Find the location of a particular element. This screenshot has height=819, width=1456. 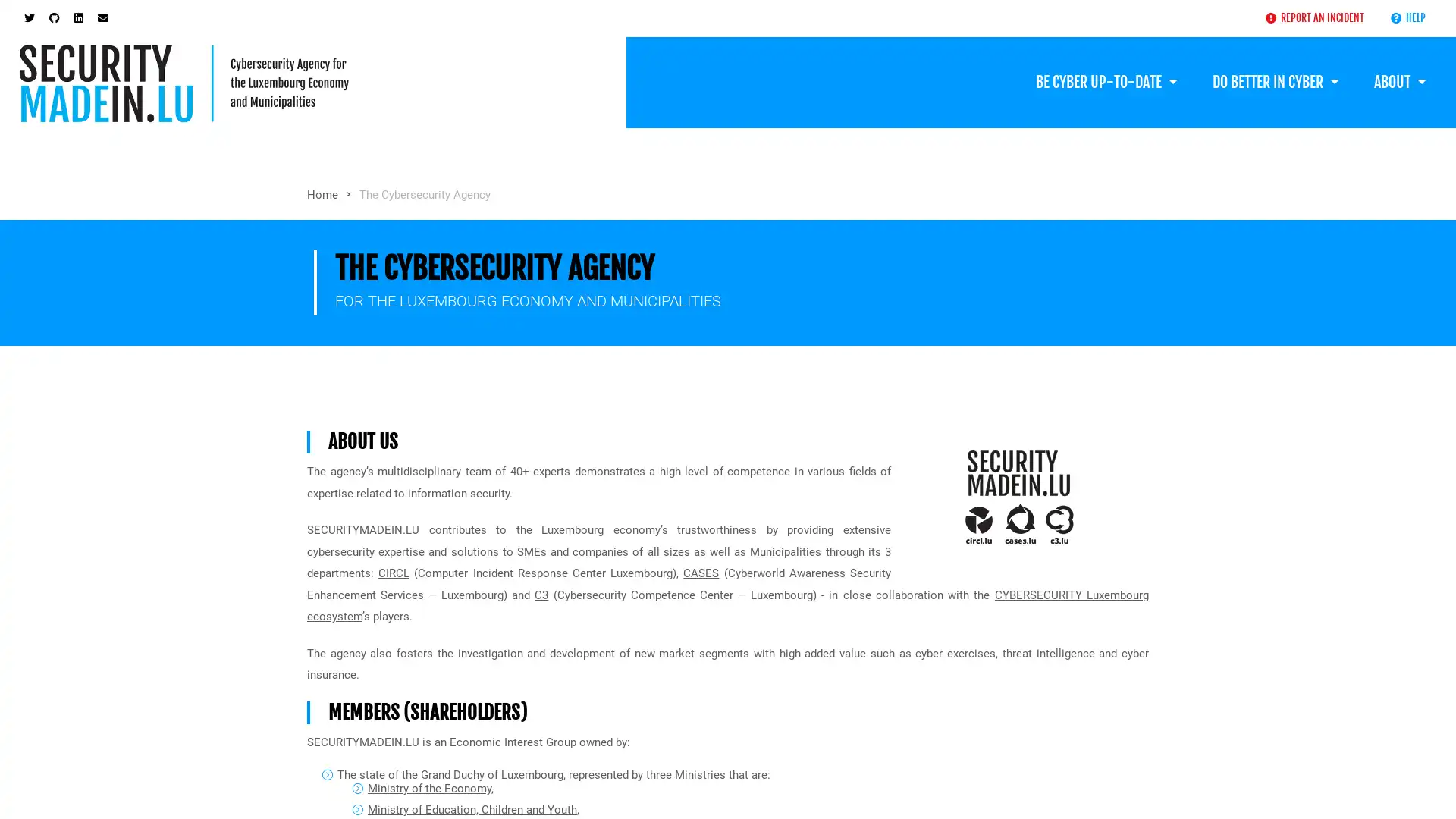

DO BETTER IN CYBER is located at coordinates (1274, 82).